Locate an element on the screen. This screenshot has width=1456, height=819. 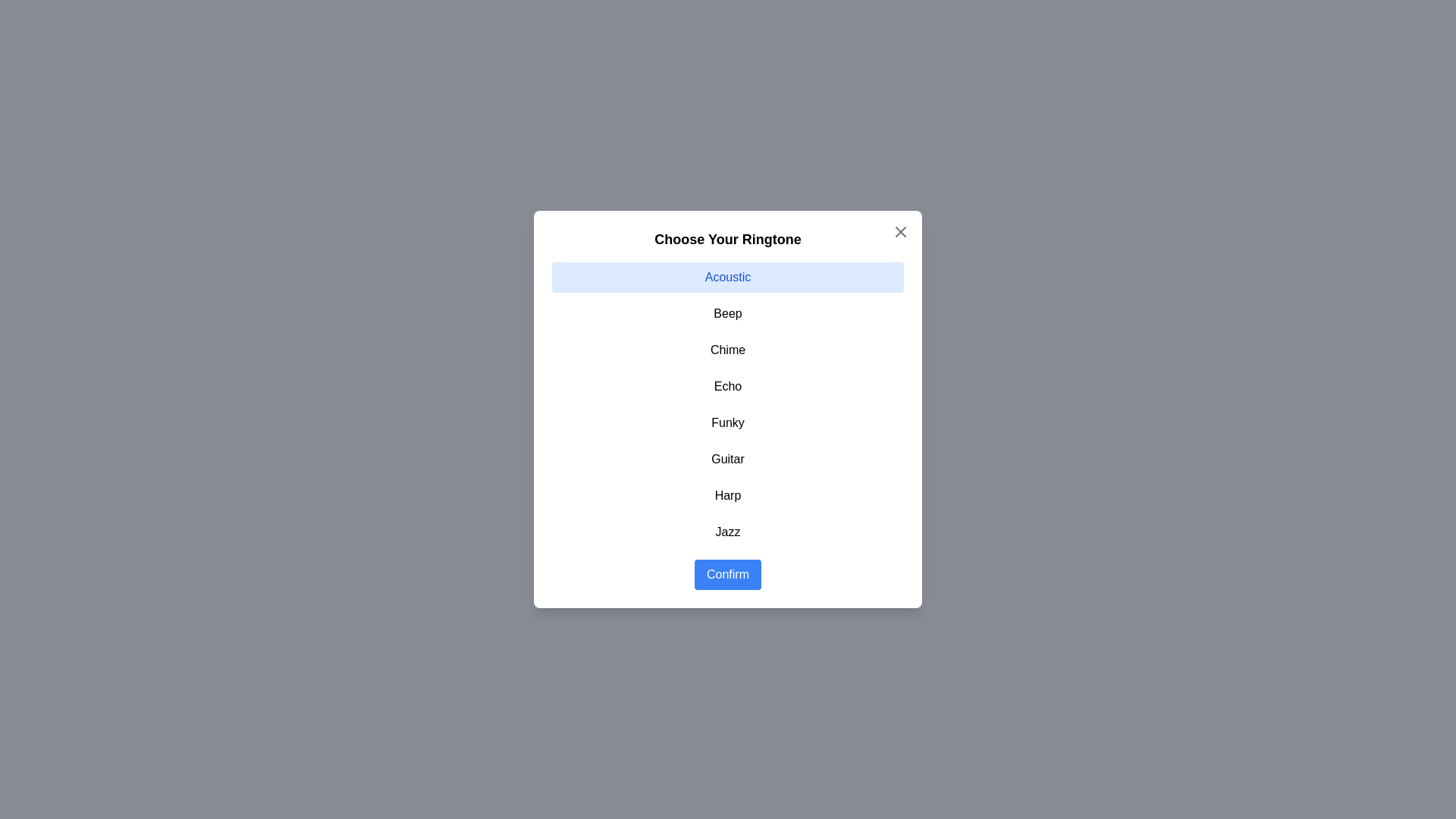
the ringtone Harp from the list is located at coordinates (728, 496).